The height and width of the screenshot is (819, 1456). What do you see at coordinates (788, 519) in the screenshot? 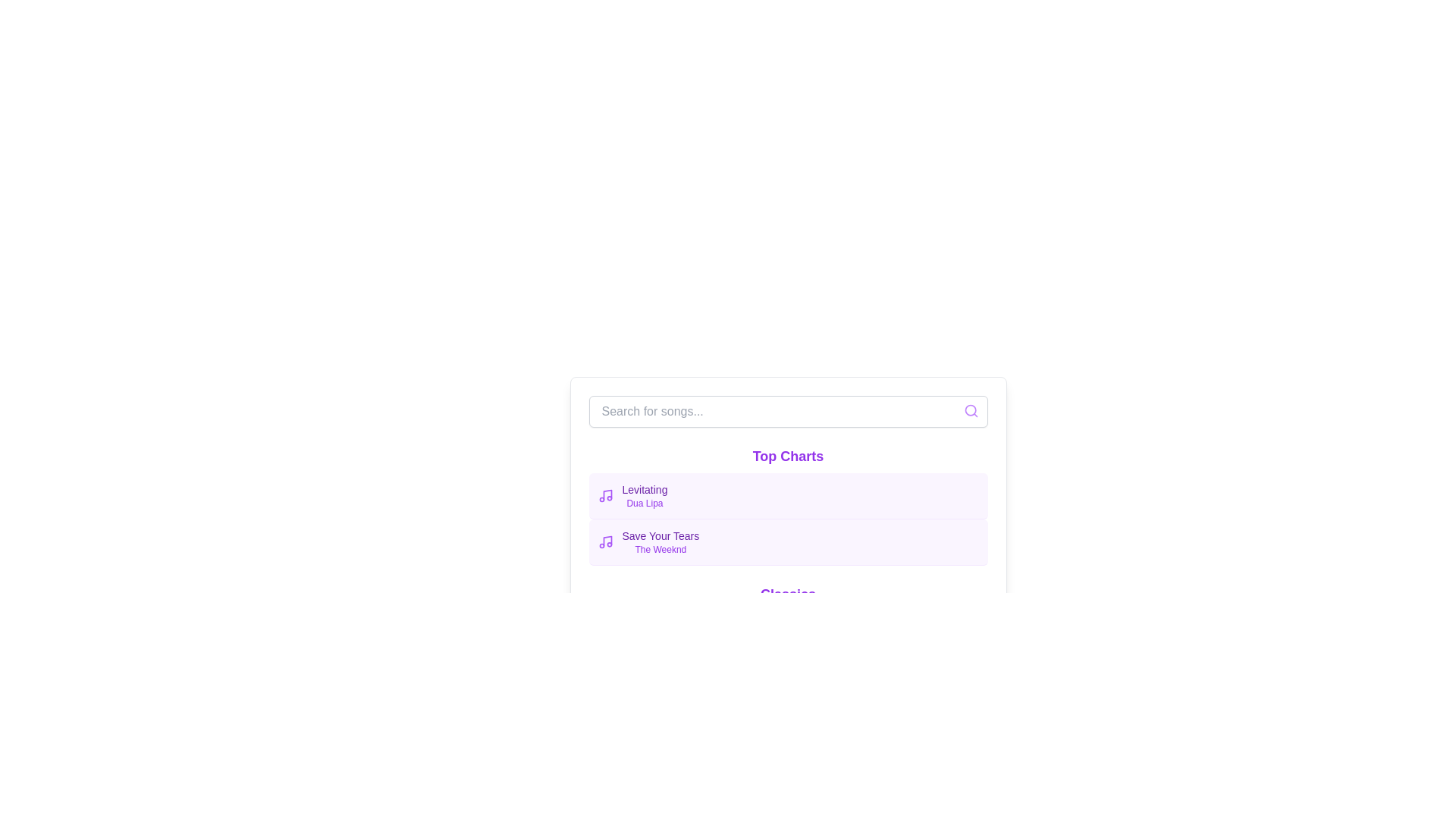
I see `the second list item` at bounding box center [788, 519].